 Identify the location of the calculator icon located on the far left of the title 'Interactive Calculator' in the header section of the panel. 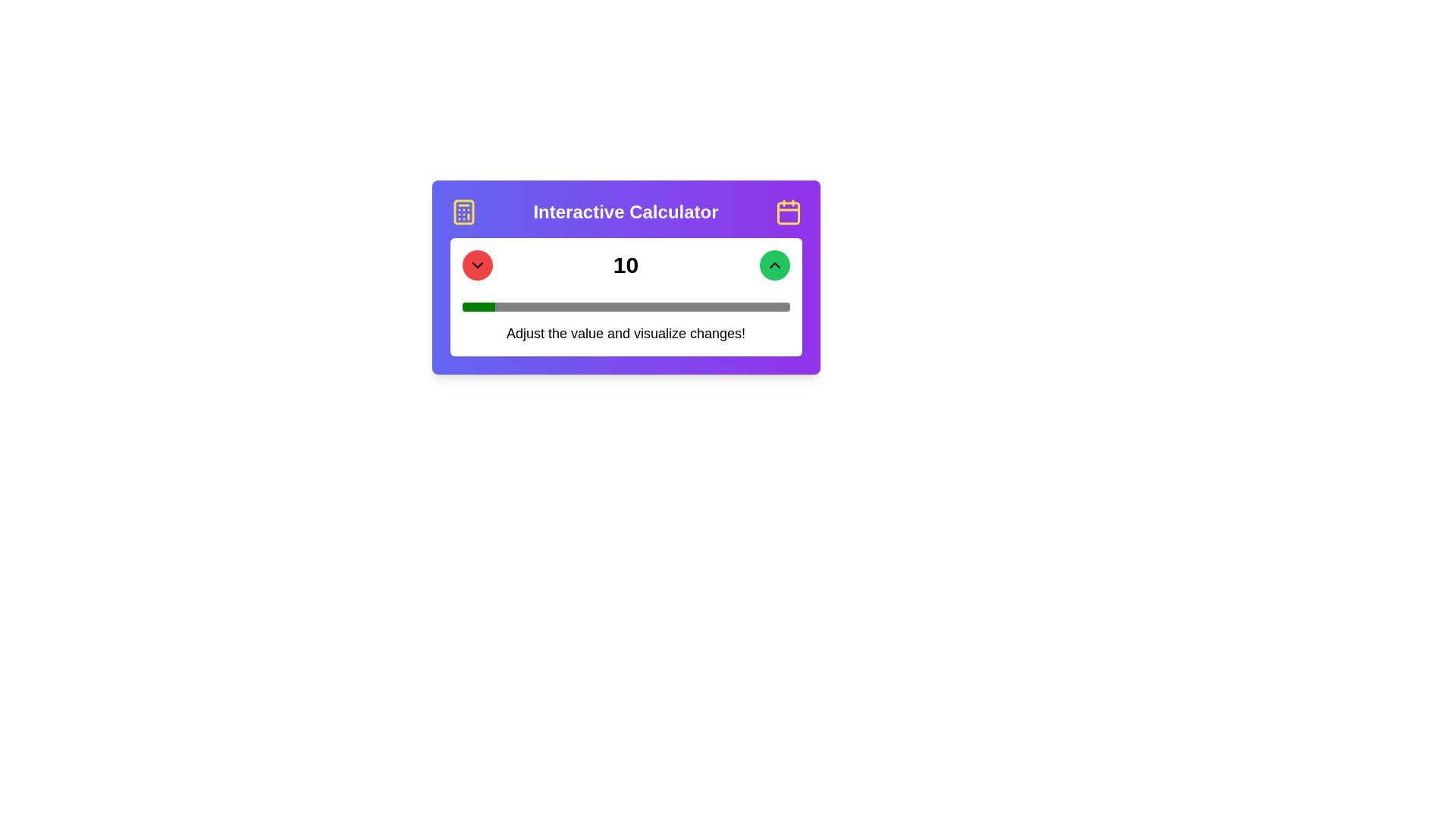
(463, 212).